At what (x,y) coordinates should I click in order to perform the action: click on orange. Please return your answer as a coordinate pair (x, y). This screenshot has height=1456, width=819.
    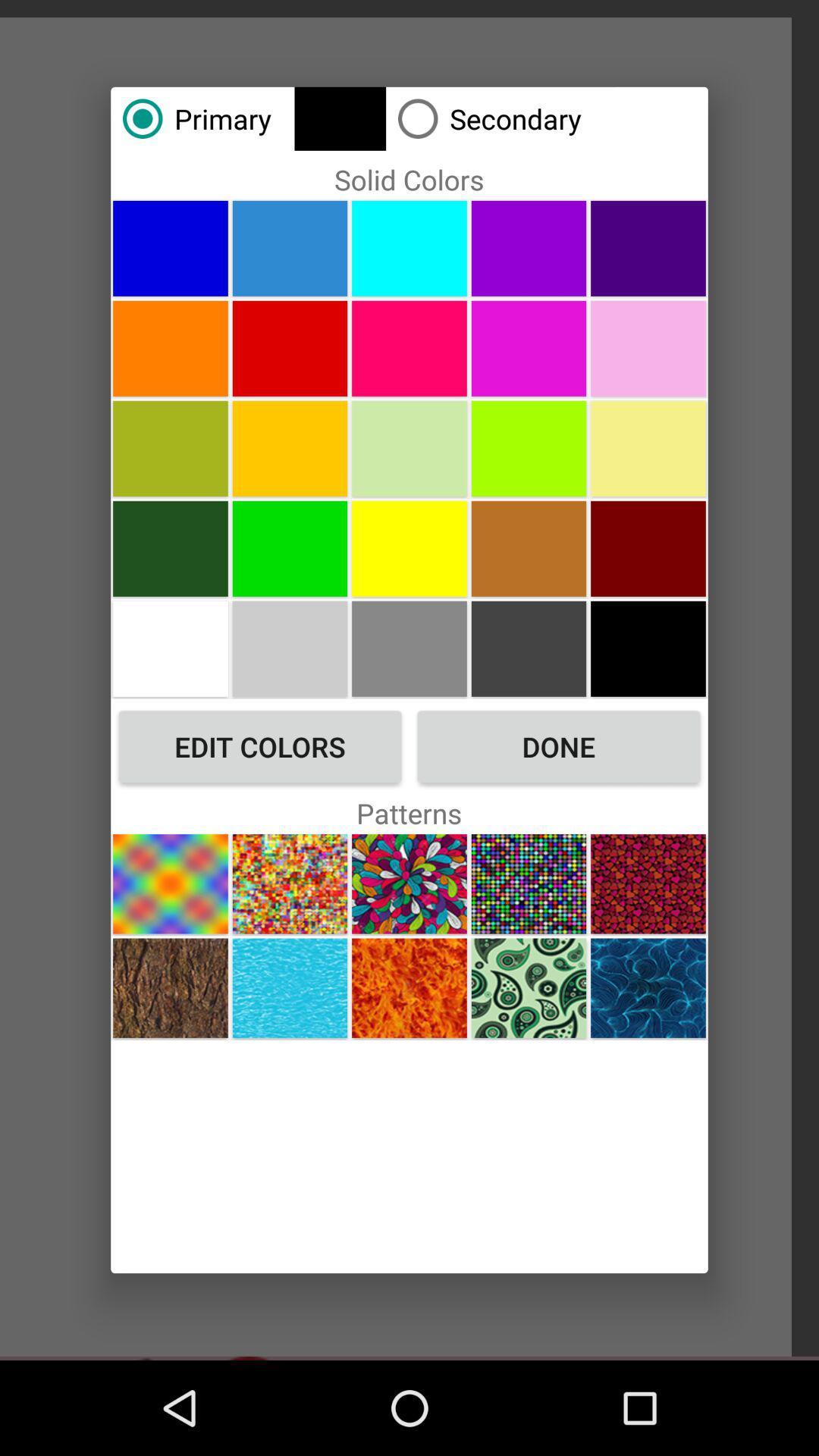
    Looking at the image, I should click on (170, 347).